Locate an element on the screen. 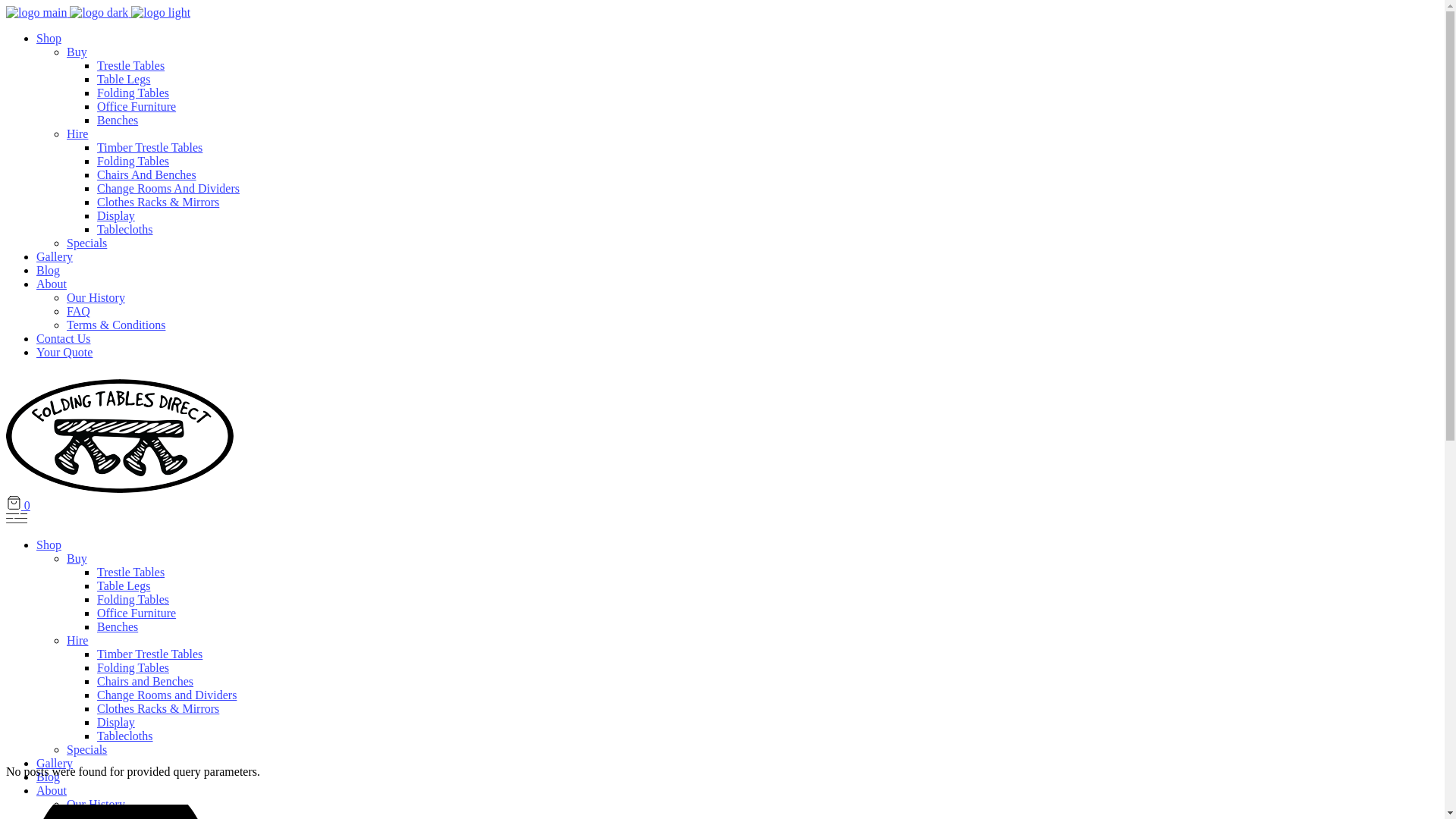  'Table Legs' is located at coordinates (124, 585).